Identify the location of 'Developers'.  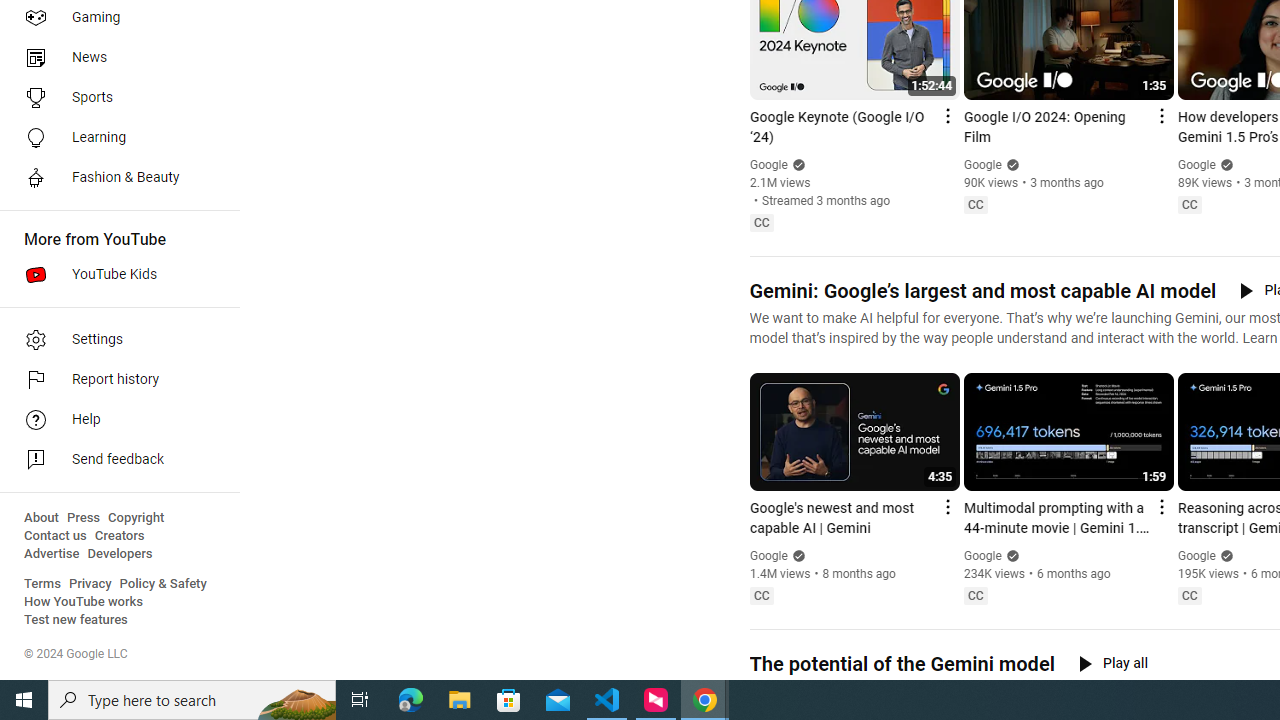
(119, 554).